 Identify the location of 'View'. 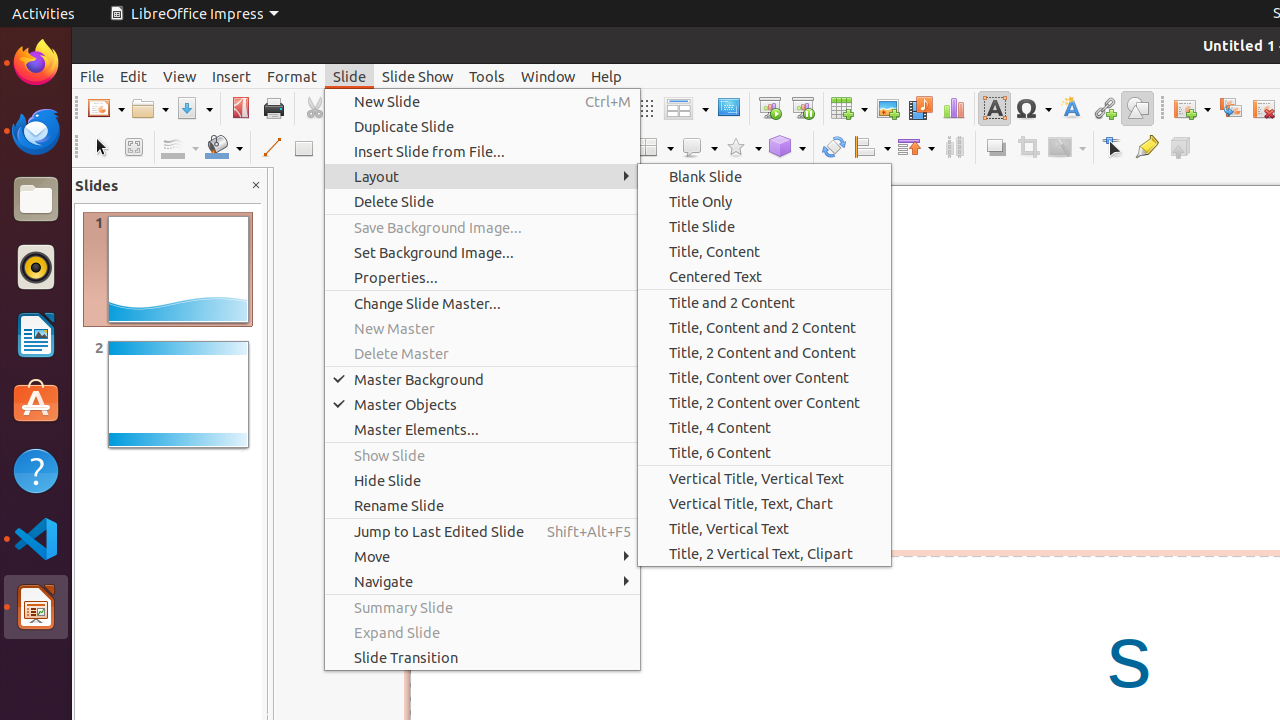
(179, 75).